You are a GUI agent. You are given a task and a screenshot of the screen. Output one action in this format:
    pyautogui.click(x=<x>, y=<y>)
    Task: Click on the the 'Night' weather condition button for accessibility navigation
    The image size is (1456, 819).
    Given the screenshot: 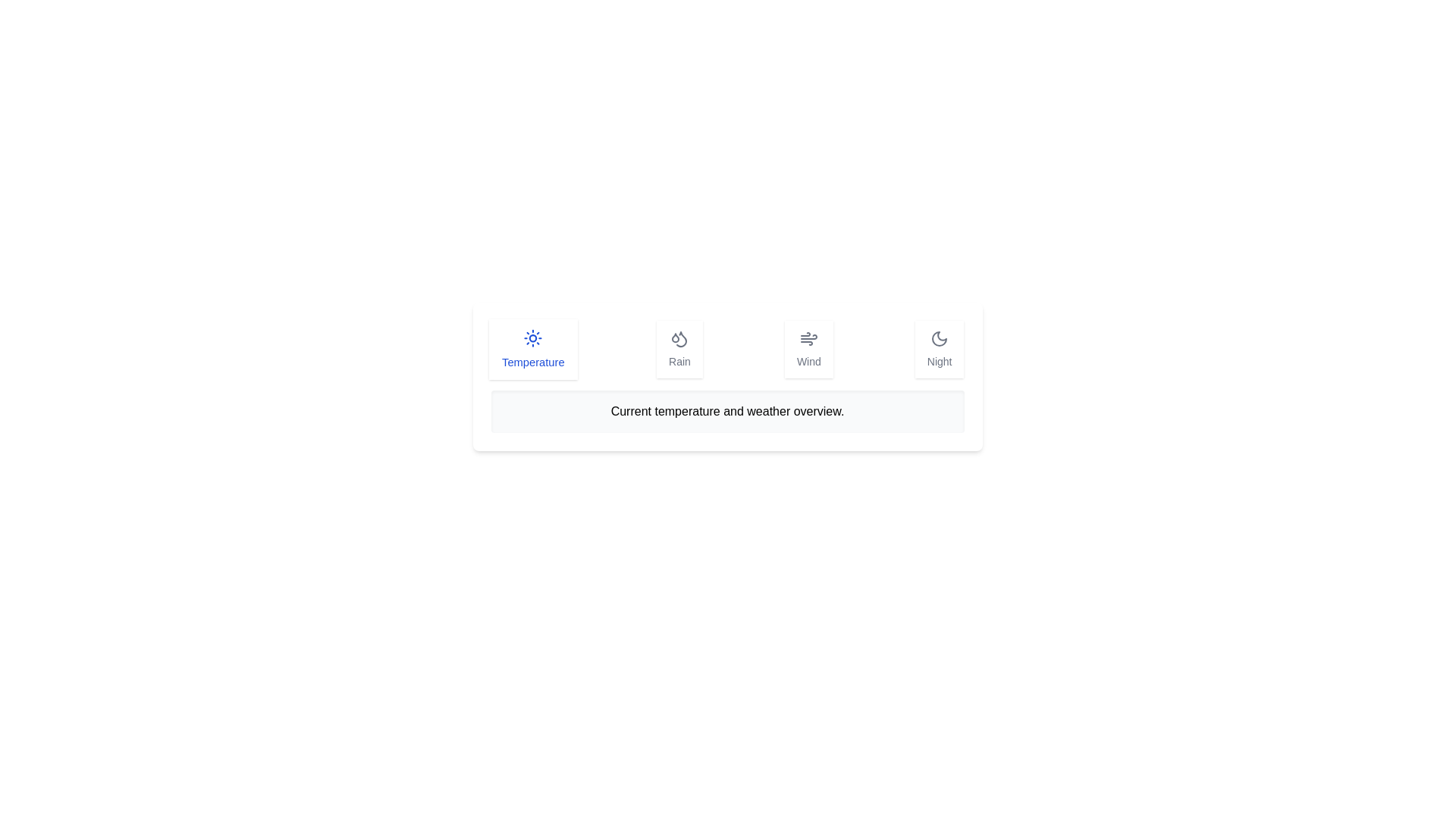 What is the action you would take?
    pyautogui.click(x=939, y=338)
    